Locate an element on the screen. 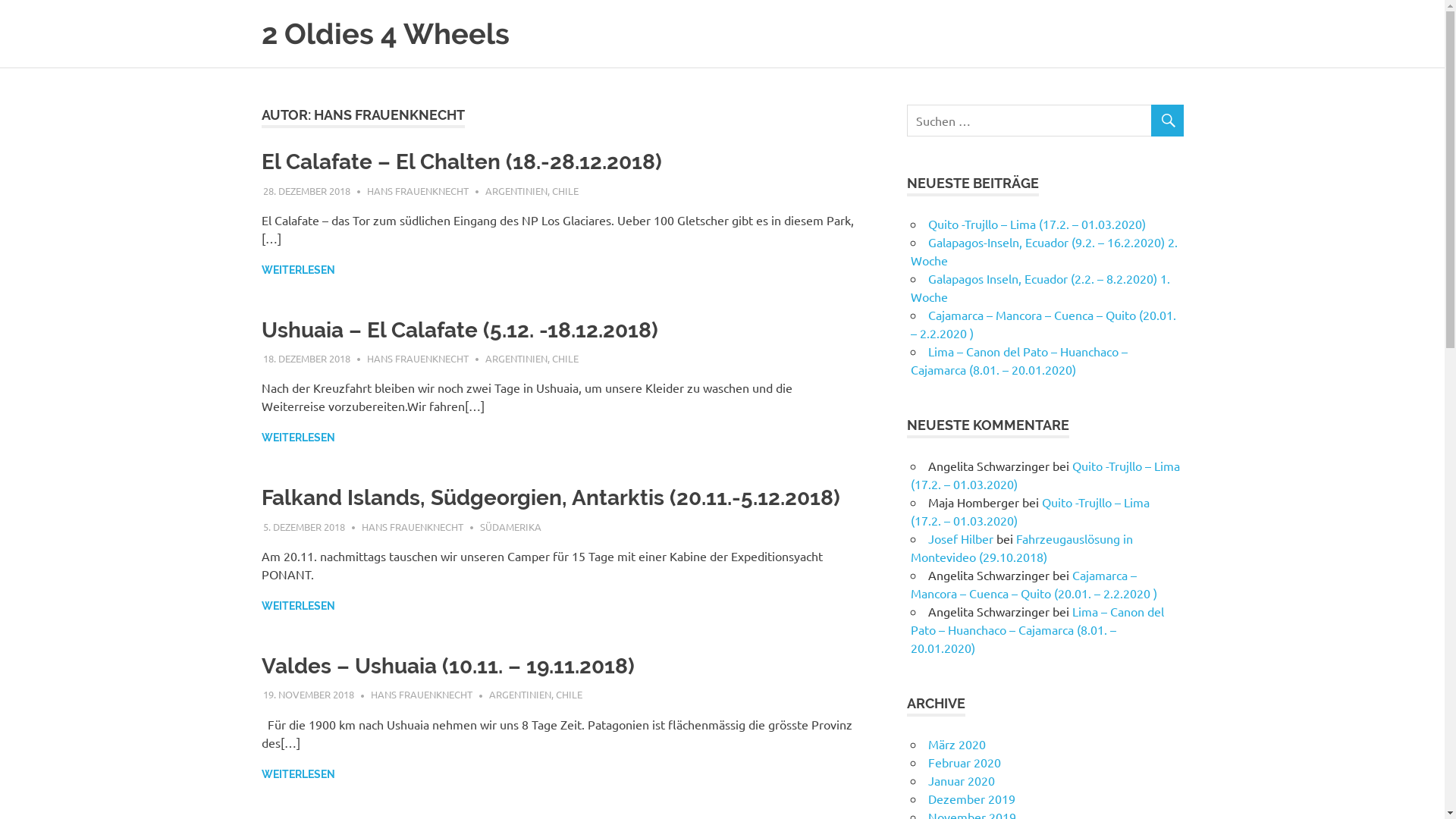 This screenshot has height=819, width=1456. 'Zum Inhalt springen' is located at coordinates (0, 0).